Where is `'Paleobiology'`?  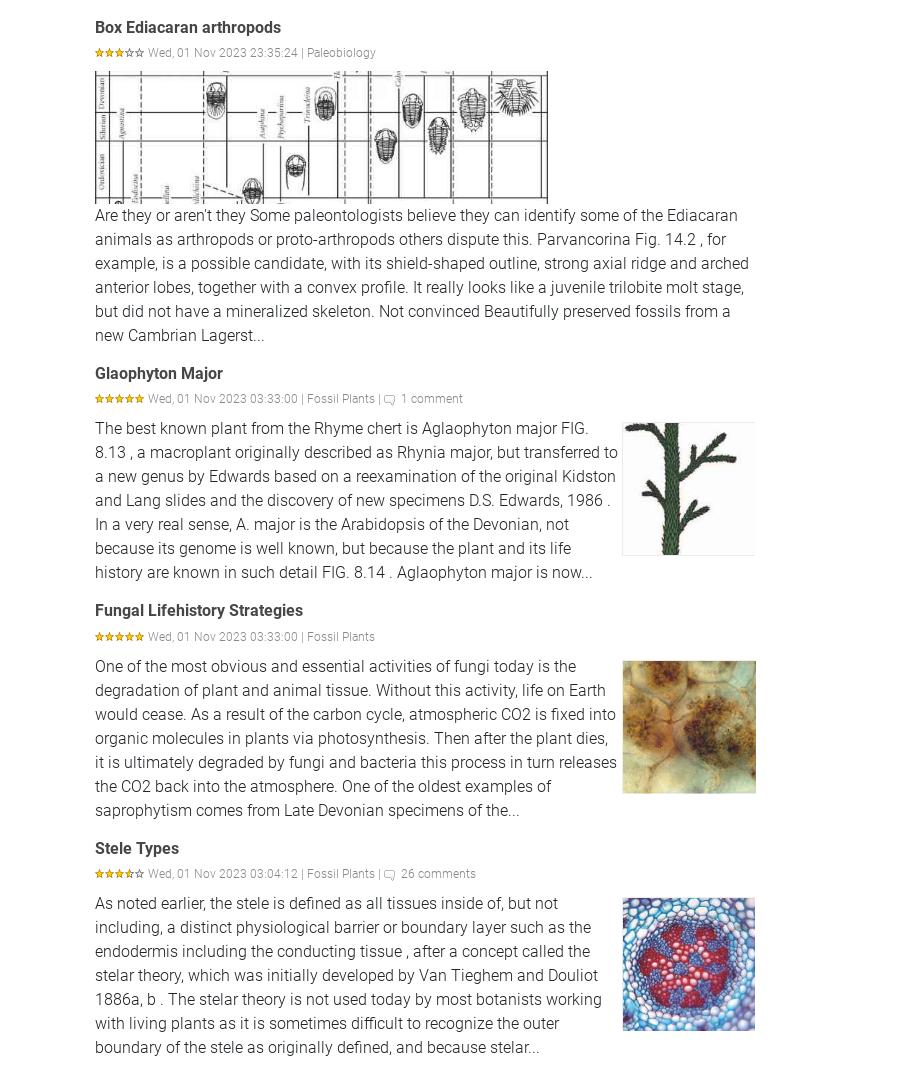
'Paleobiology' is located at coordinates (340, 50).